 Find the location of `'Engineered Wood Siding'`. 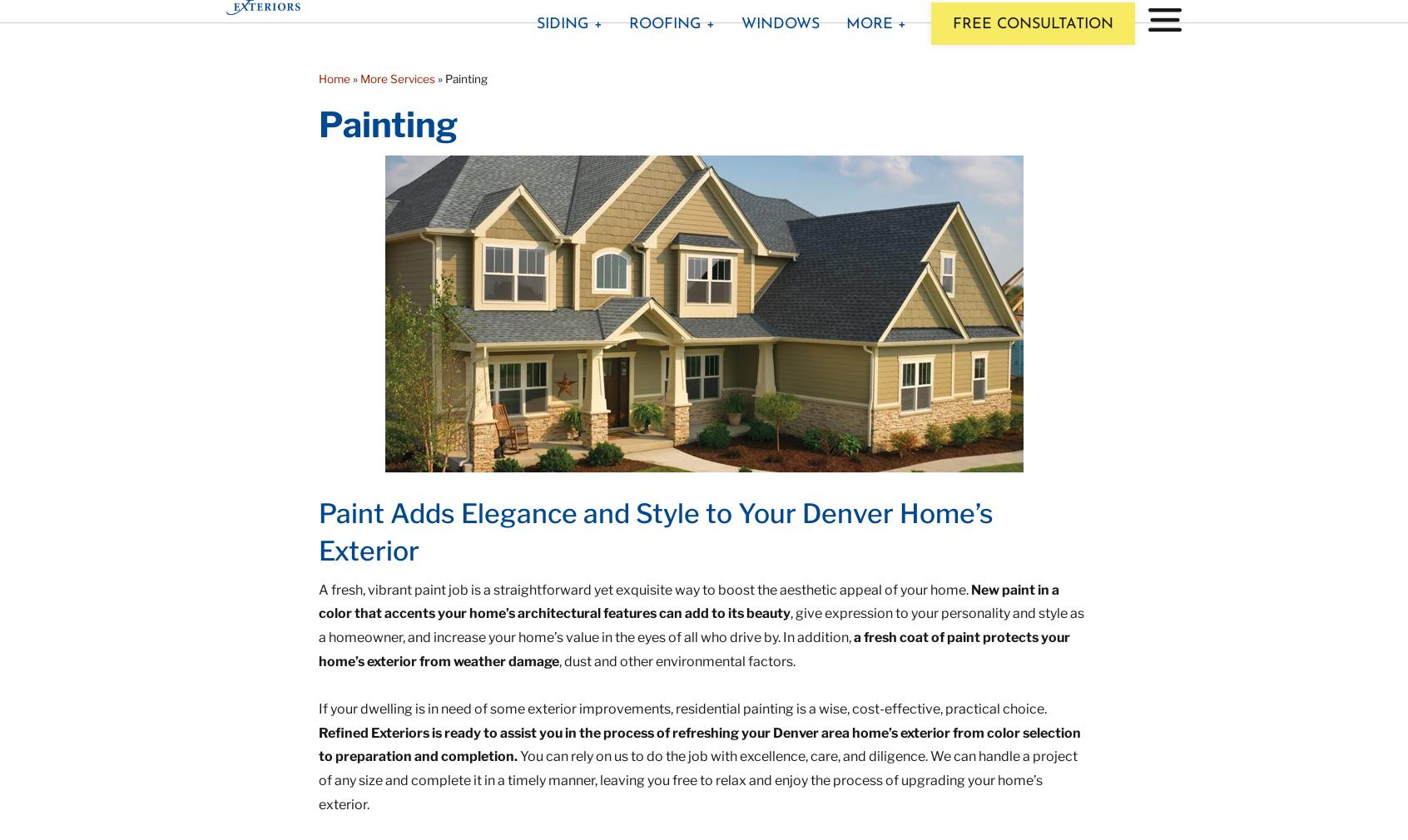

'Engineered Wood Siding' is located at coordinates (603, 230).